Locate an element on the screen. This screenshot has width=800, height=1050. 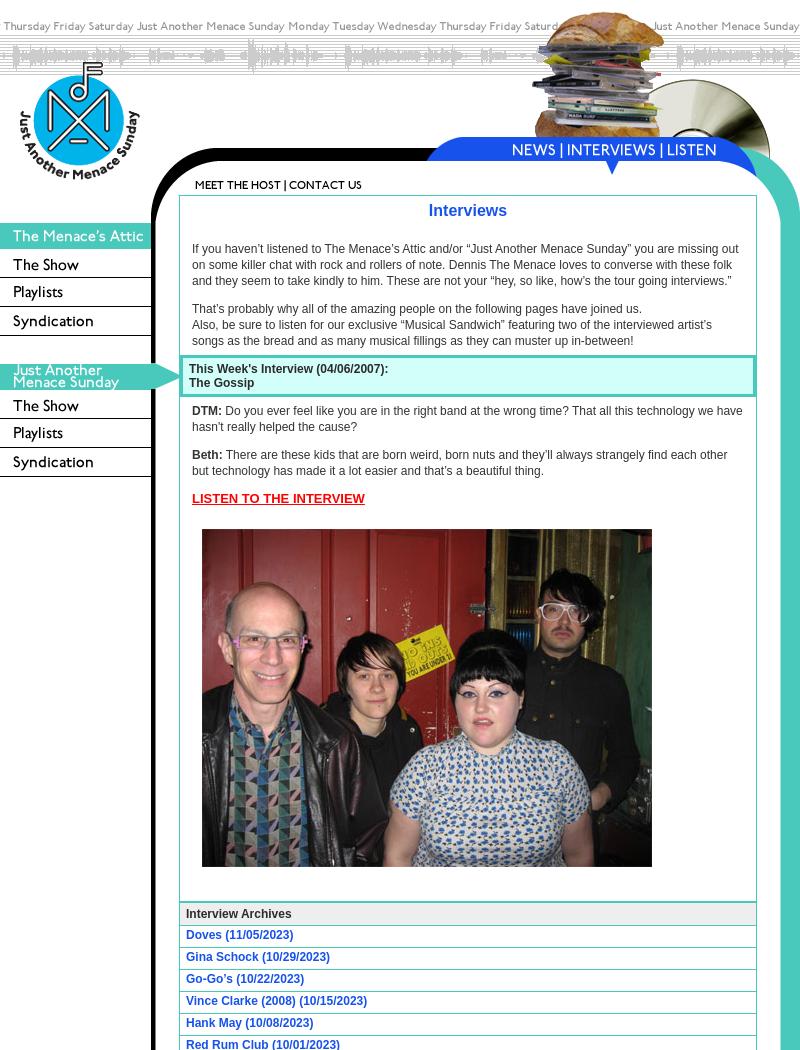
'Go-Go’s (10/22/2023)' is located at coordinates (244, 979).